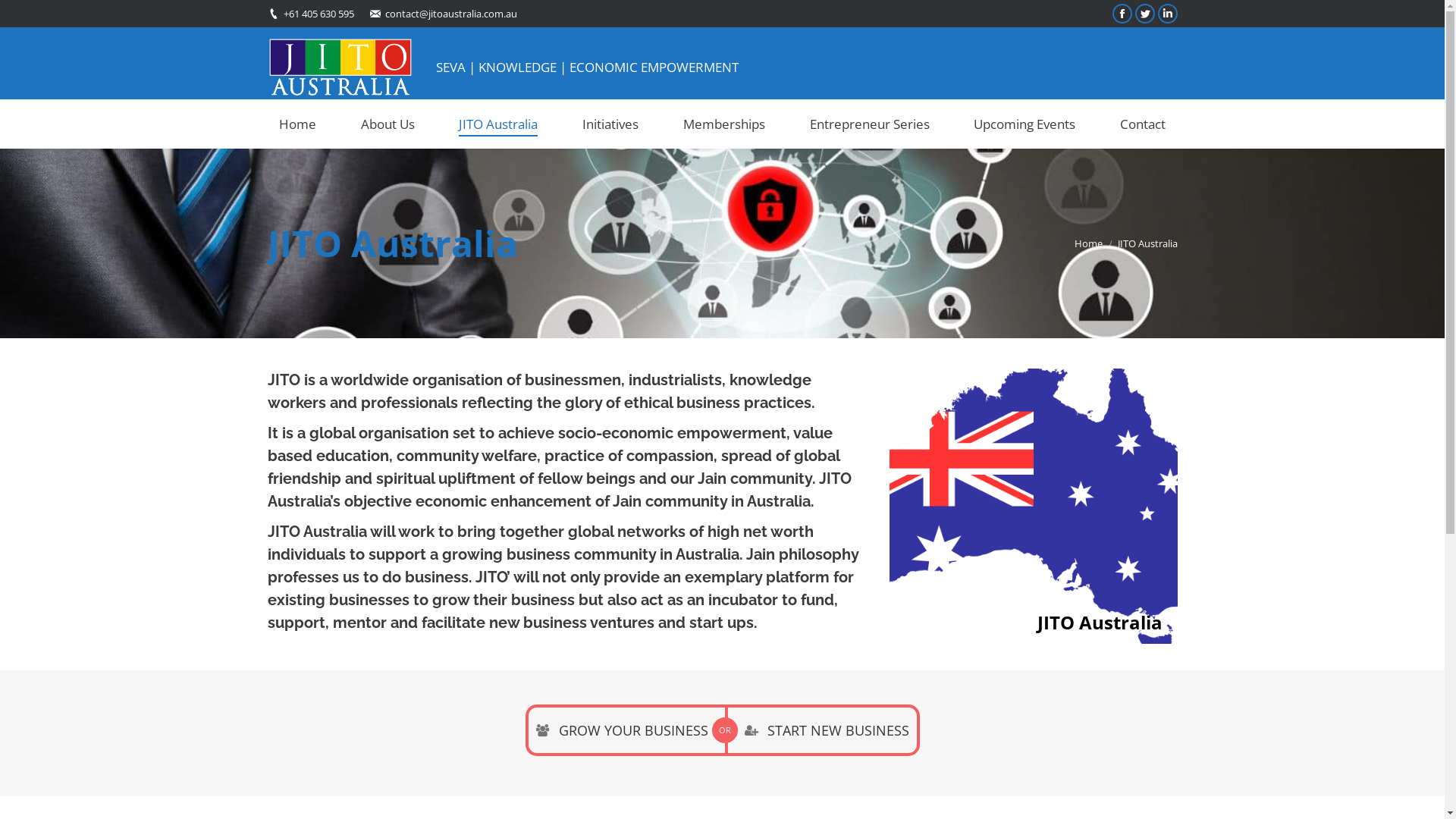  Describe the element at coordinates (821, 730) in the screenshot. I see `'START NEW BUSINESS'` at that location.